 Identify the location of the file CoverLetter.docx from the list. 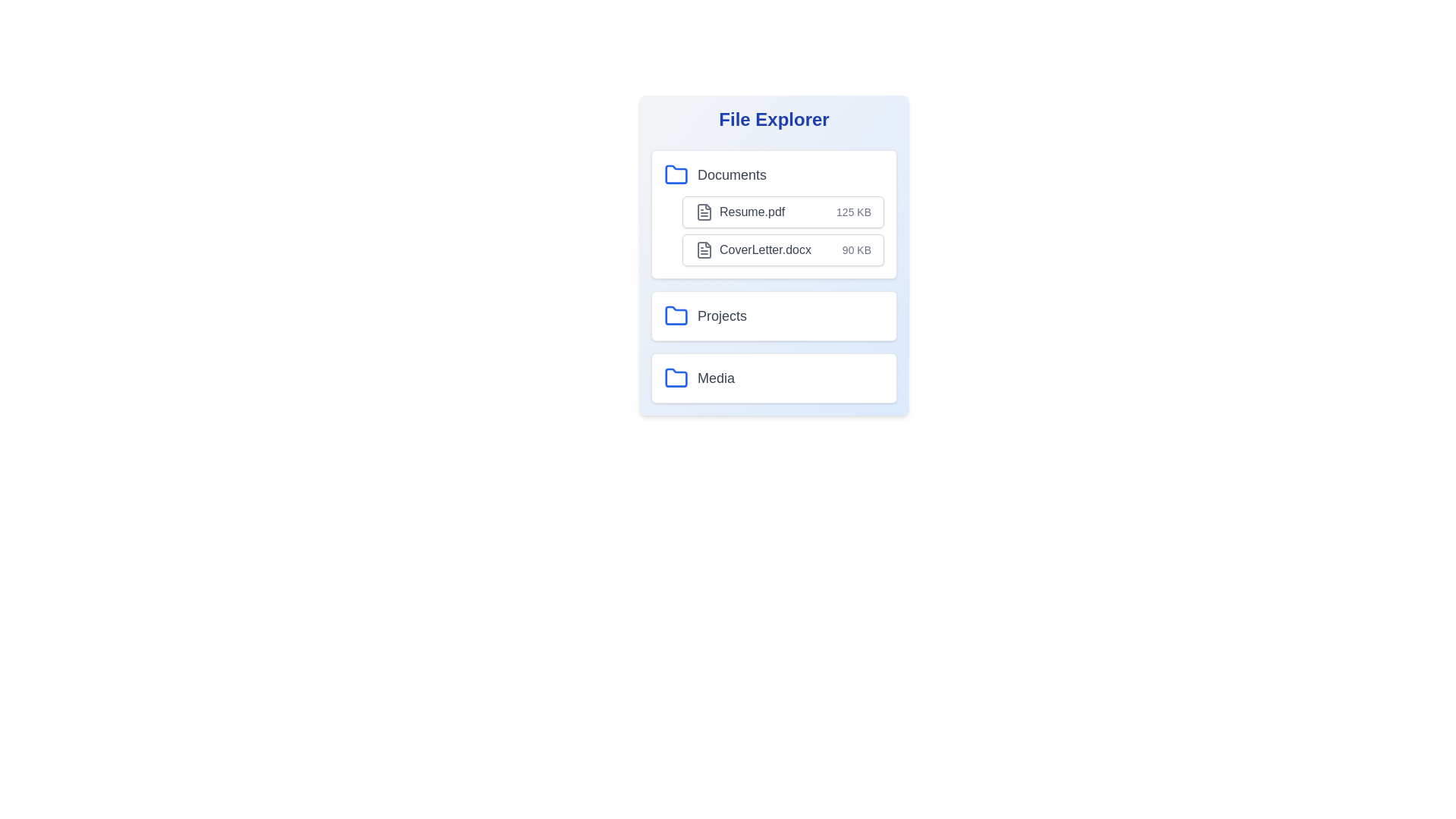
(753, 249).